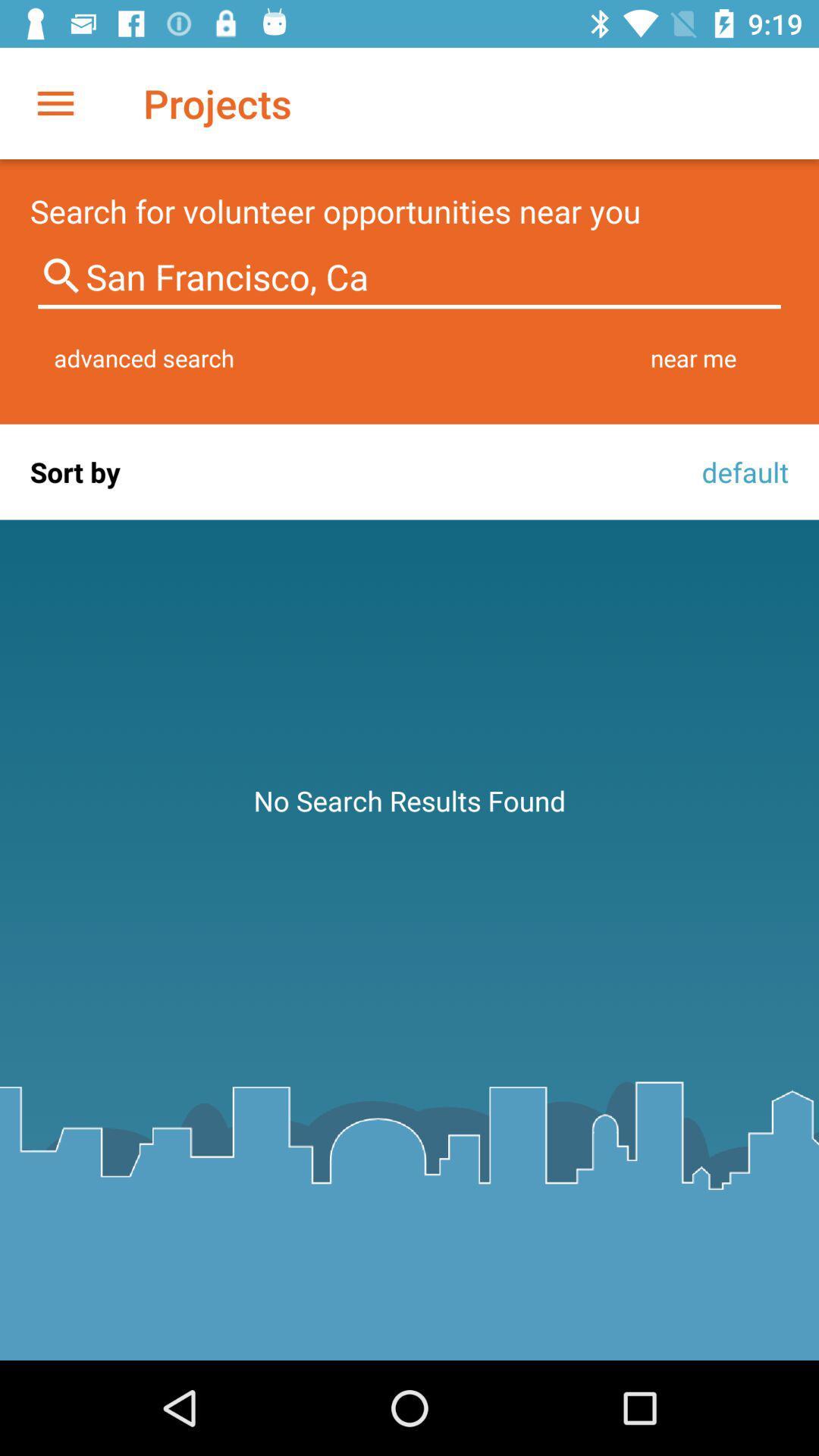 The height and width of the screenshot is (1456, 819). I want to click on the item above sort by, so click(144, 357).